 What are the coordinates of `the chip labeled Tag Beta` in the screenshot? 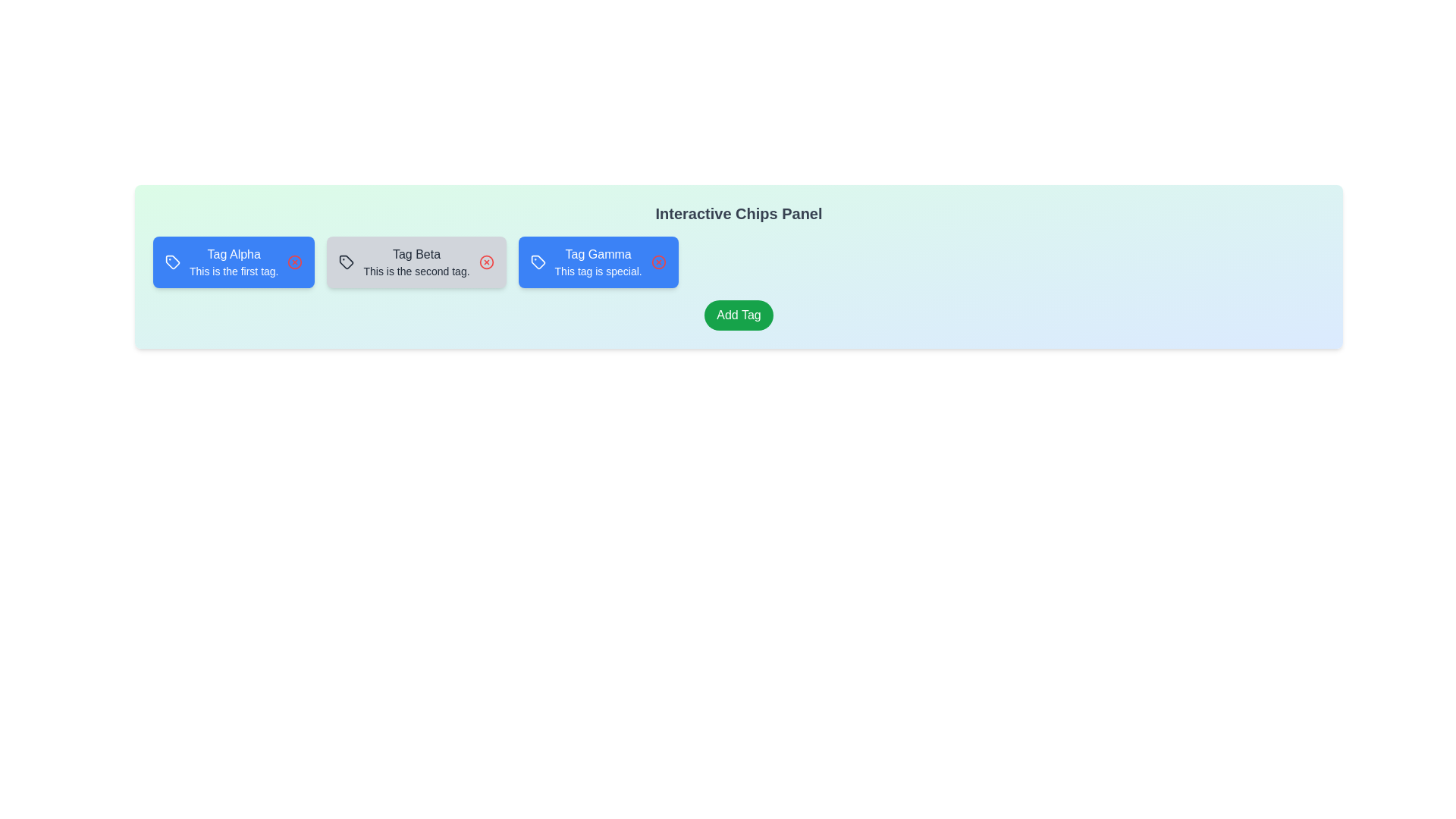 It's located at (416, 262).